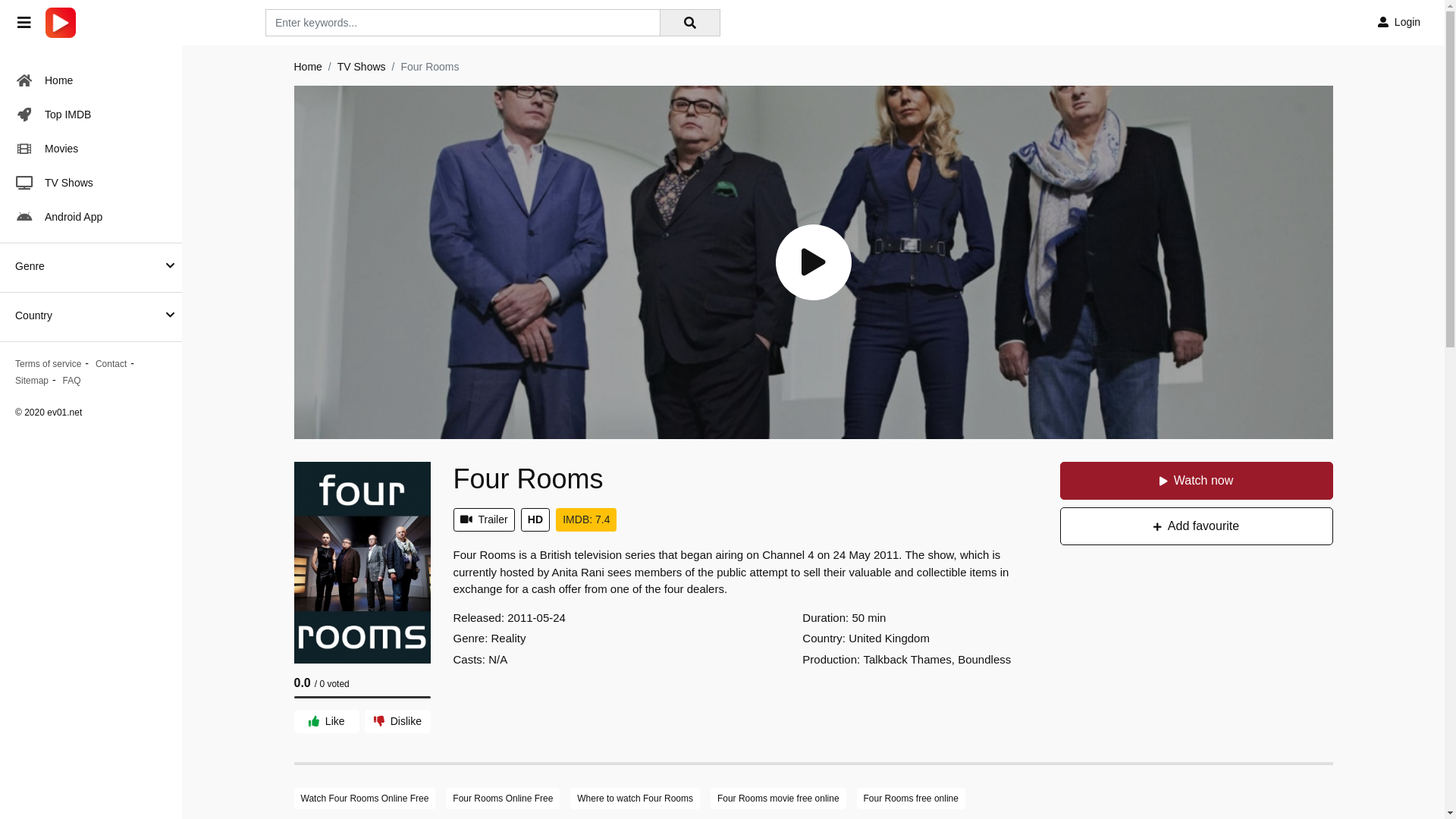 Image resolution: width=1456 pixels, height=819 pixels. I want to click on 'Like', so click(294, 720).